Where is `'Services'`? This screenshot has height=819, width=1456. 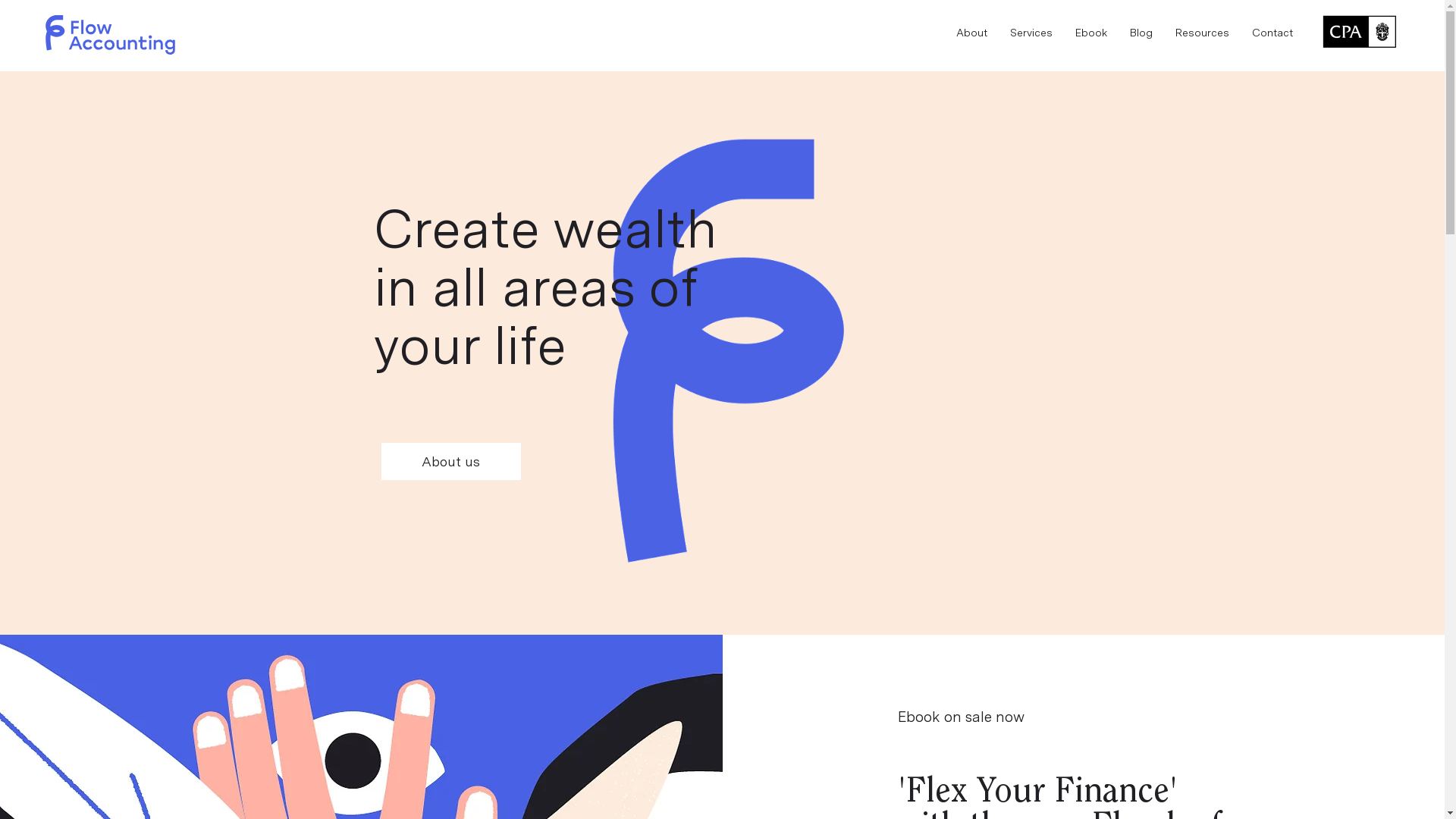
'Services' is located at coordinates (1031, 33).